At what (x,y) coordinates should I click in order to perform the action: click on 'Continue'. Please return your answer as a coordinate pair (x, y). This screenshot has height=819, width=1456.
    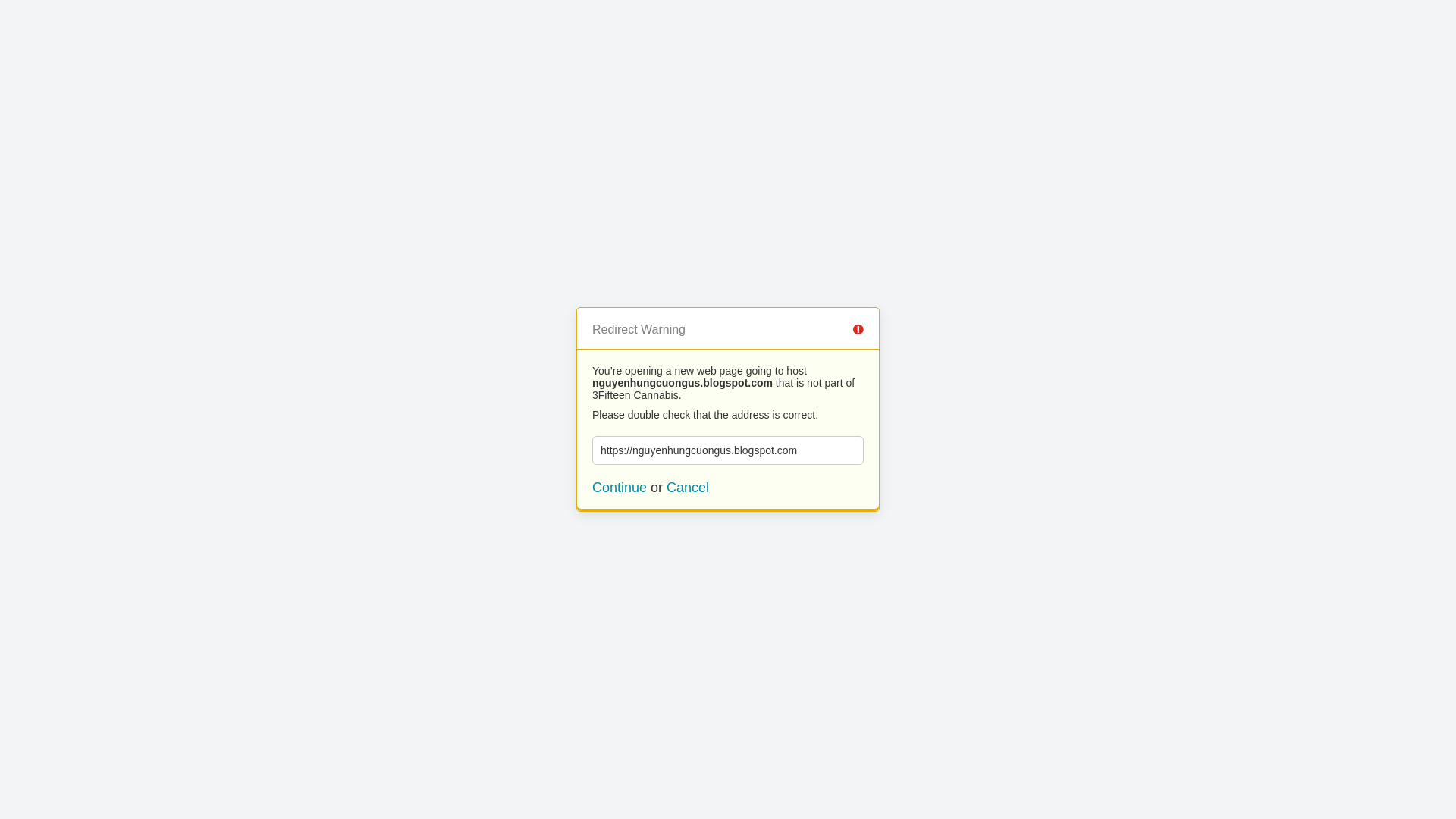
    Looking at the image, I should click on (619, 488).